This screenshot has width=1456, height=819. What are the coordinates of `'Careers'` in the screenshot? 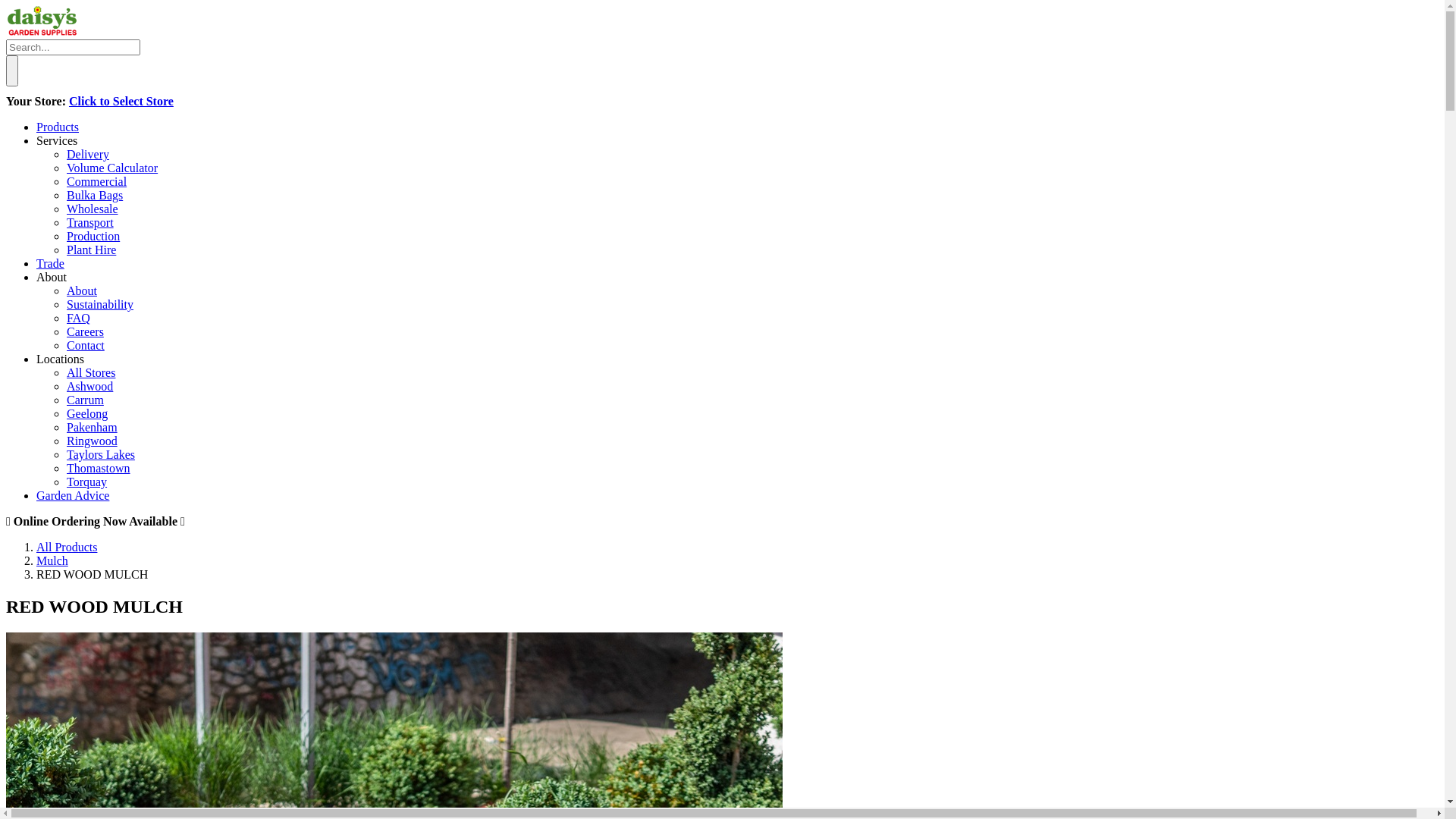 It's located at (84, 331).